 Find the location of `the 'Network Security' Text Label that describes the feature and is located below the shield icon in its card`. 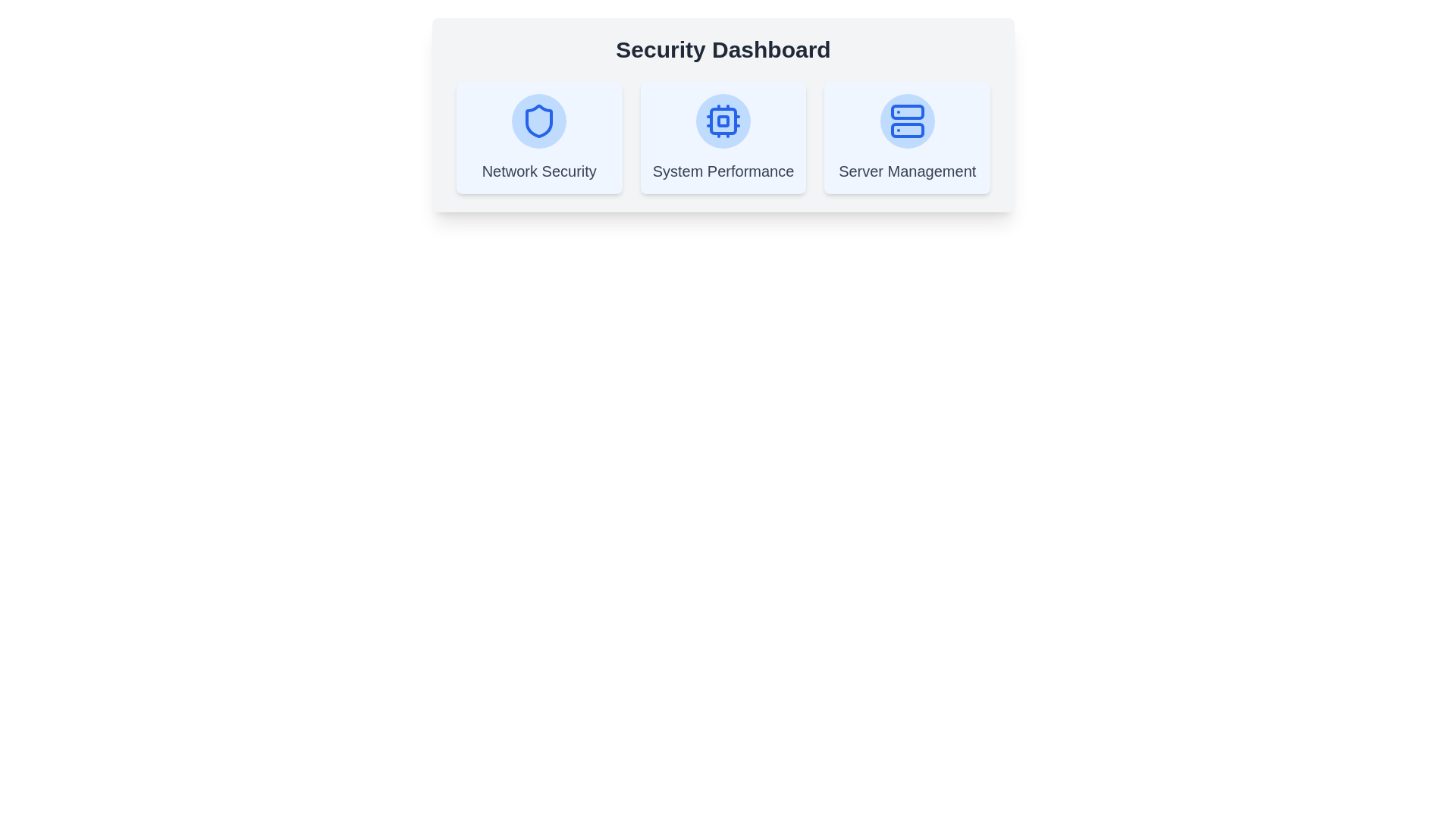

the 'Network Security' Text Label that describes the feature and is located below the shield icon in its card is located at coordinates (539, 171).